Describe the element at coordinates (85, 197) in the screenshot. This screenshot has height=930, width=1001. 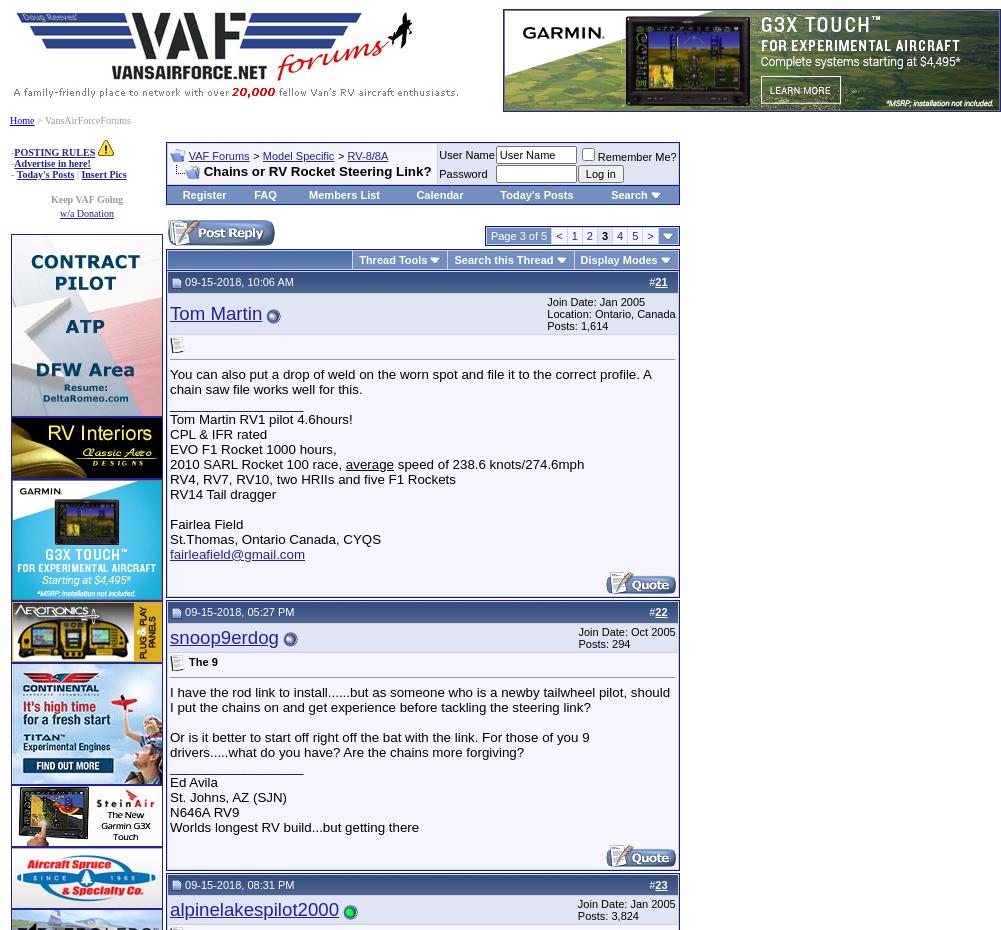
I see `'Keep VAF 
				Going'` at that location.